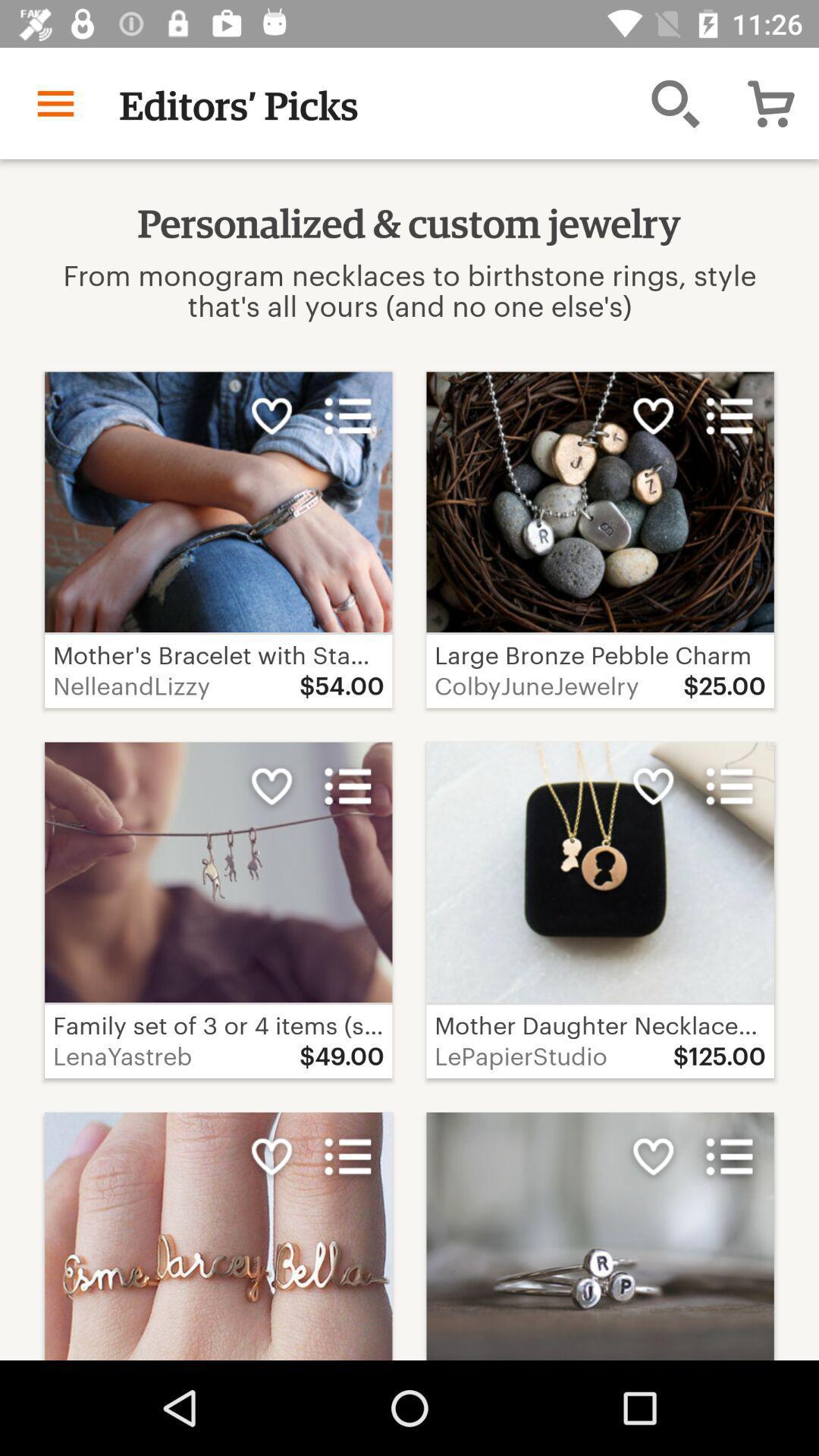 Image resolution: width=819 pixels, height=1456 pixels. I want to click on menu button on the second left image from top, so click(348, 786).